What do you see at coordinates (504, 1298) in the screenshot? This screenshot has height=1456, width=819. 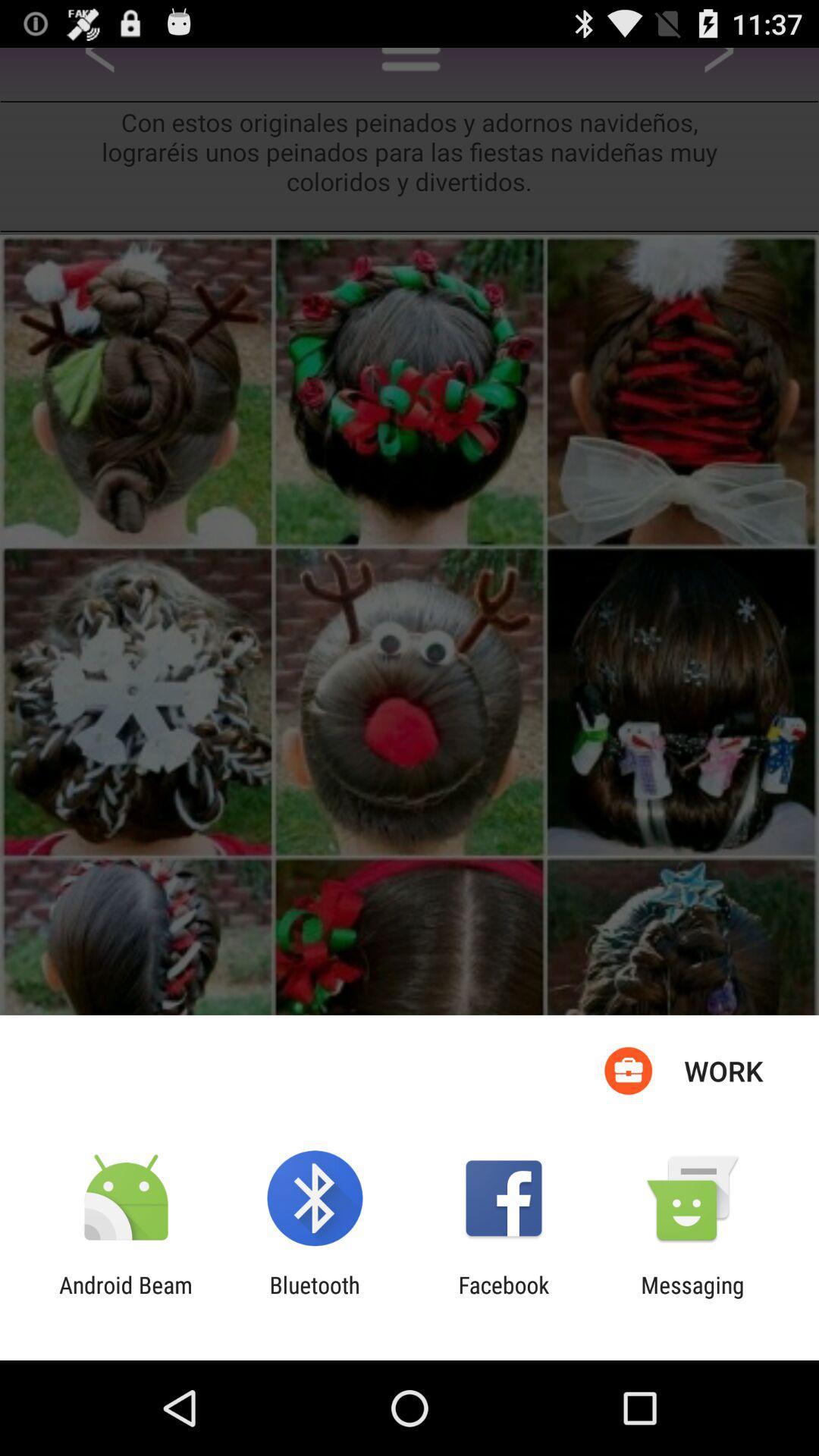 I see `facebook item` at bounding box center [504, 1298].